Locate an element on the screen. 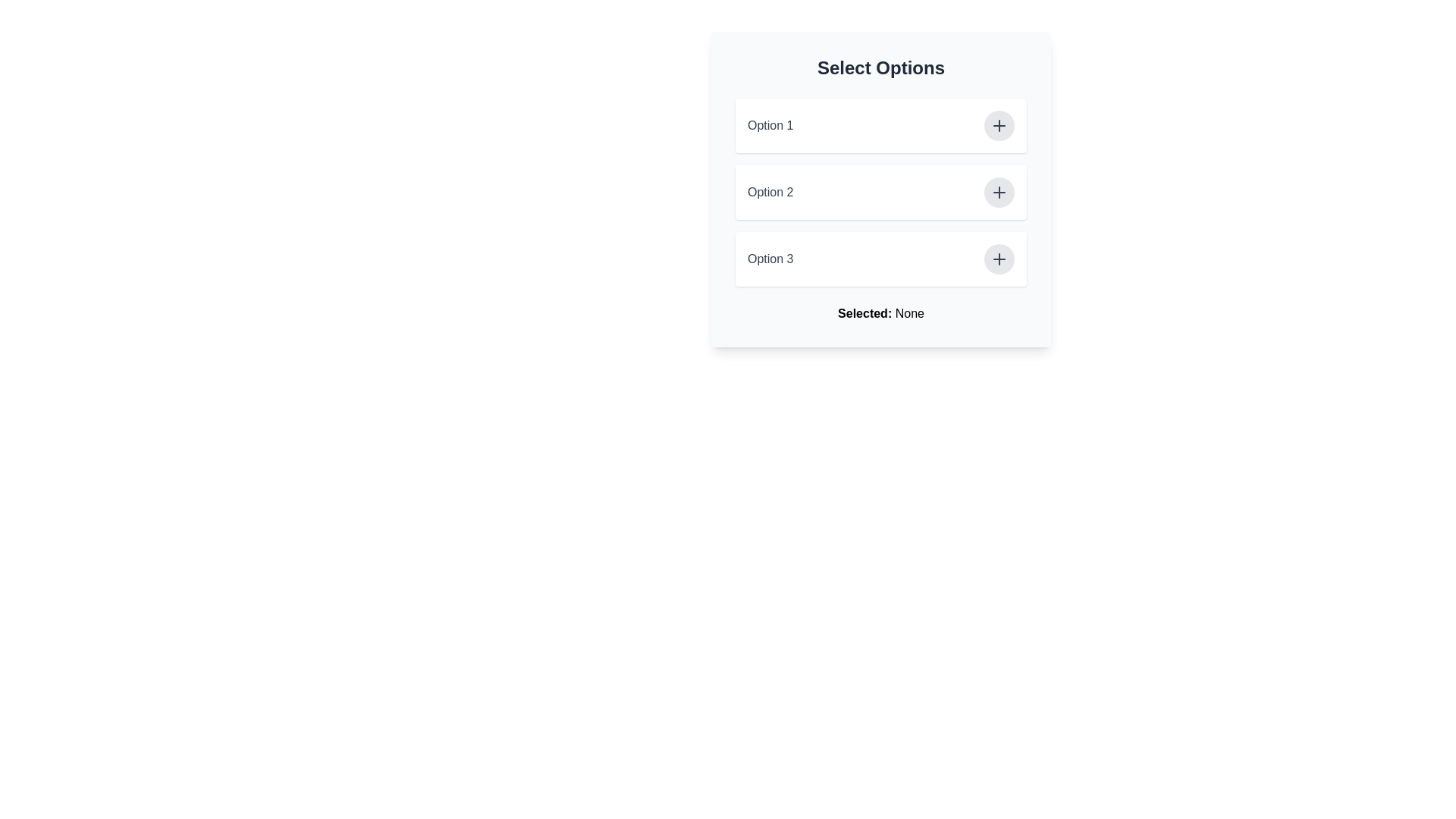 Image resolution: width=1456 pixels, height=819 pixels. the small gray plus icon with a circular outline and cross shape located on the far right of the first option row is located at coordinates (999, 124).